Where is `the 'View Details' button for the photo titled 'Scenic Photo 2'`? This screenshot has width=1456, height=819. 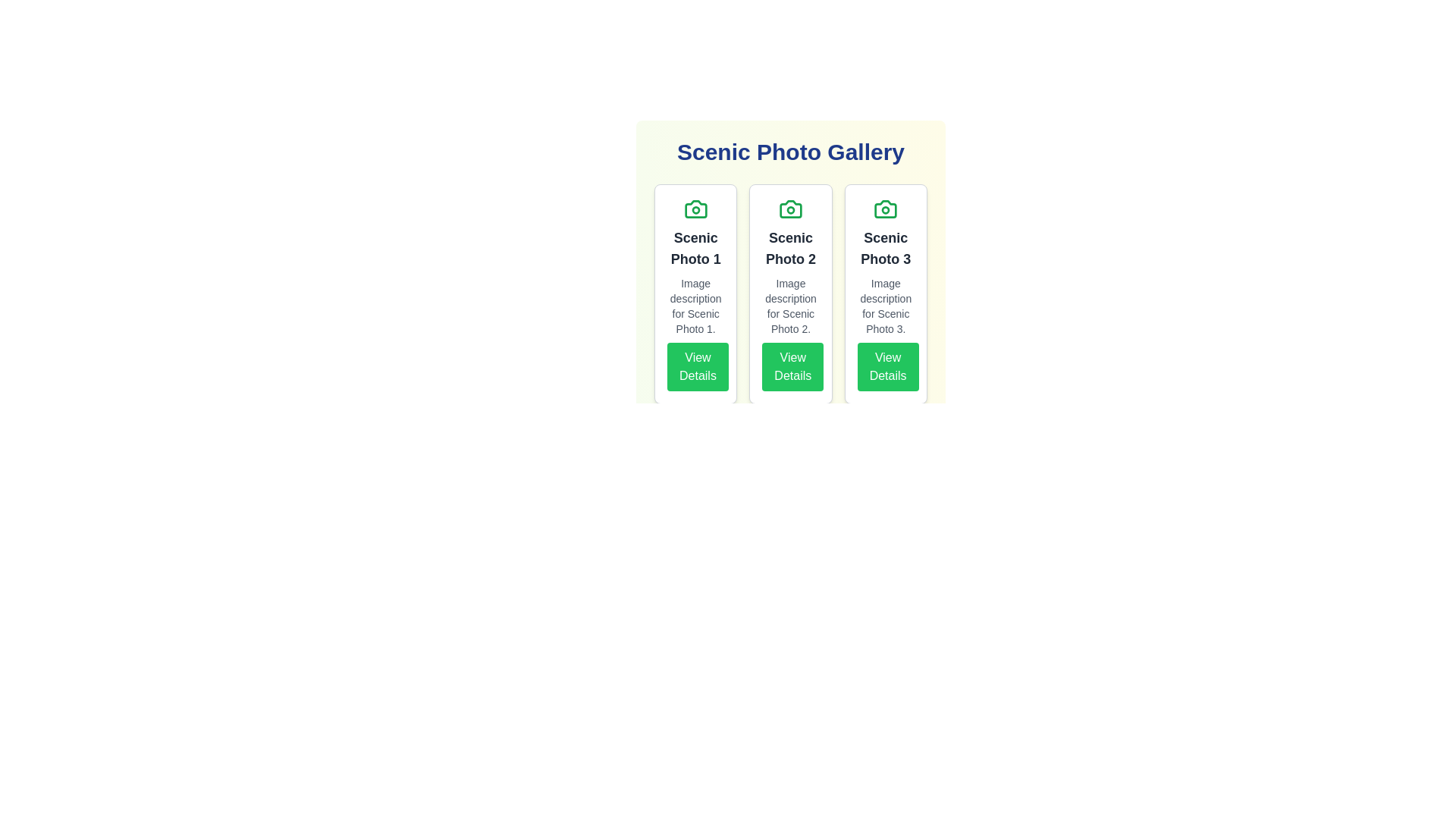 the 'View Details' button for the photo titled 'Scenic Photo 2' is located at coordinates (792, 366).